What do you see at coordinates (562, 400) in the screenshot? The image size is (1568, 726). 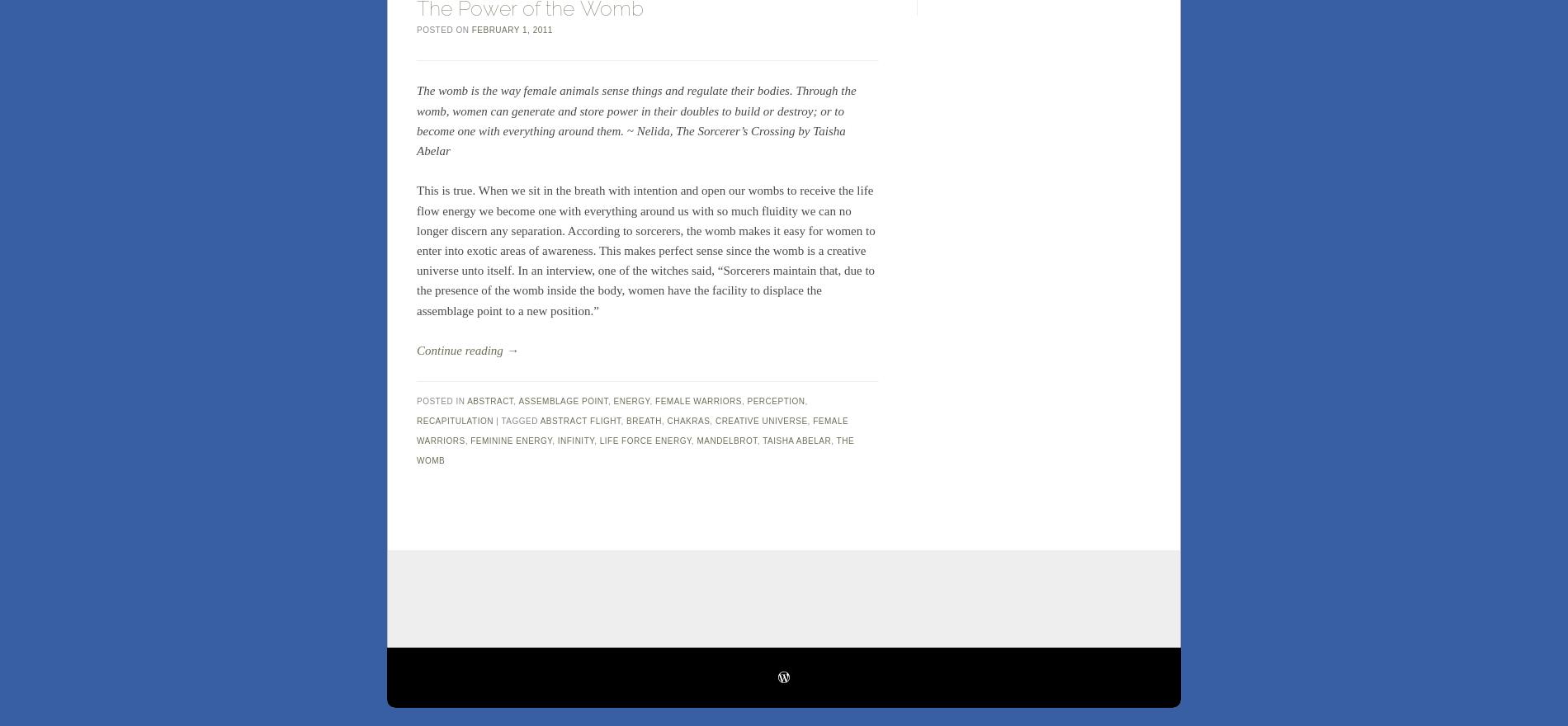 I see `'assemblage point'` at bounding box center [562, 400].